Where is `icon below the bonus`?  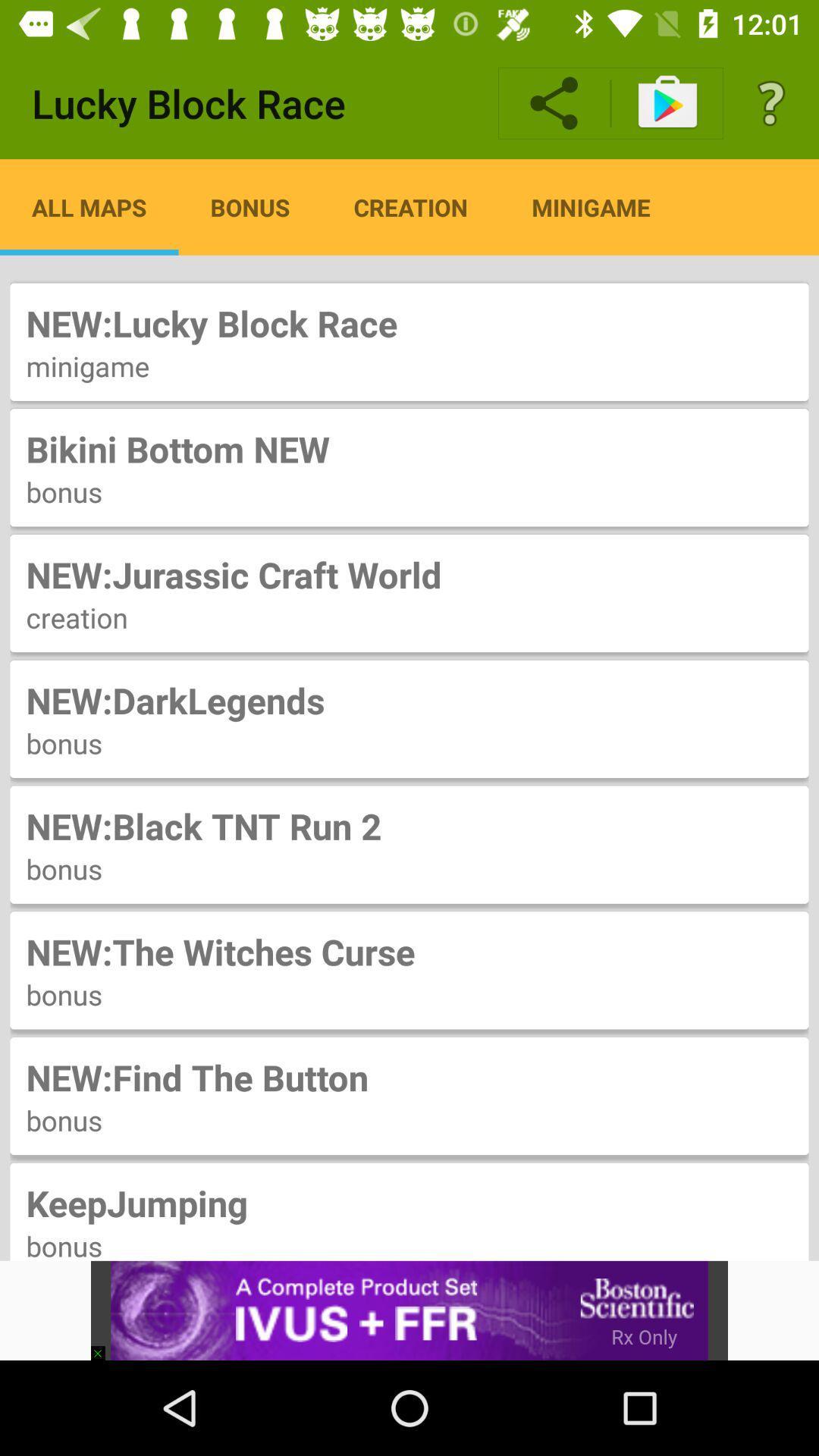
icon below the bonus is located at coordinates (104, 1346).